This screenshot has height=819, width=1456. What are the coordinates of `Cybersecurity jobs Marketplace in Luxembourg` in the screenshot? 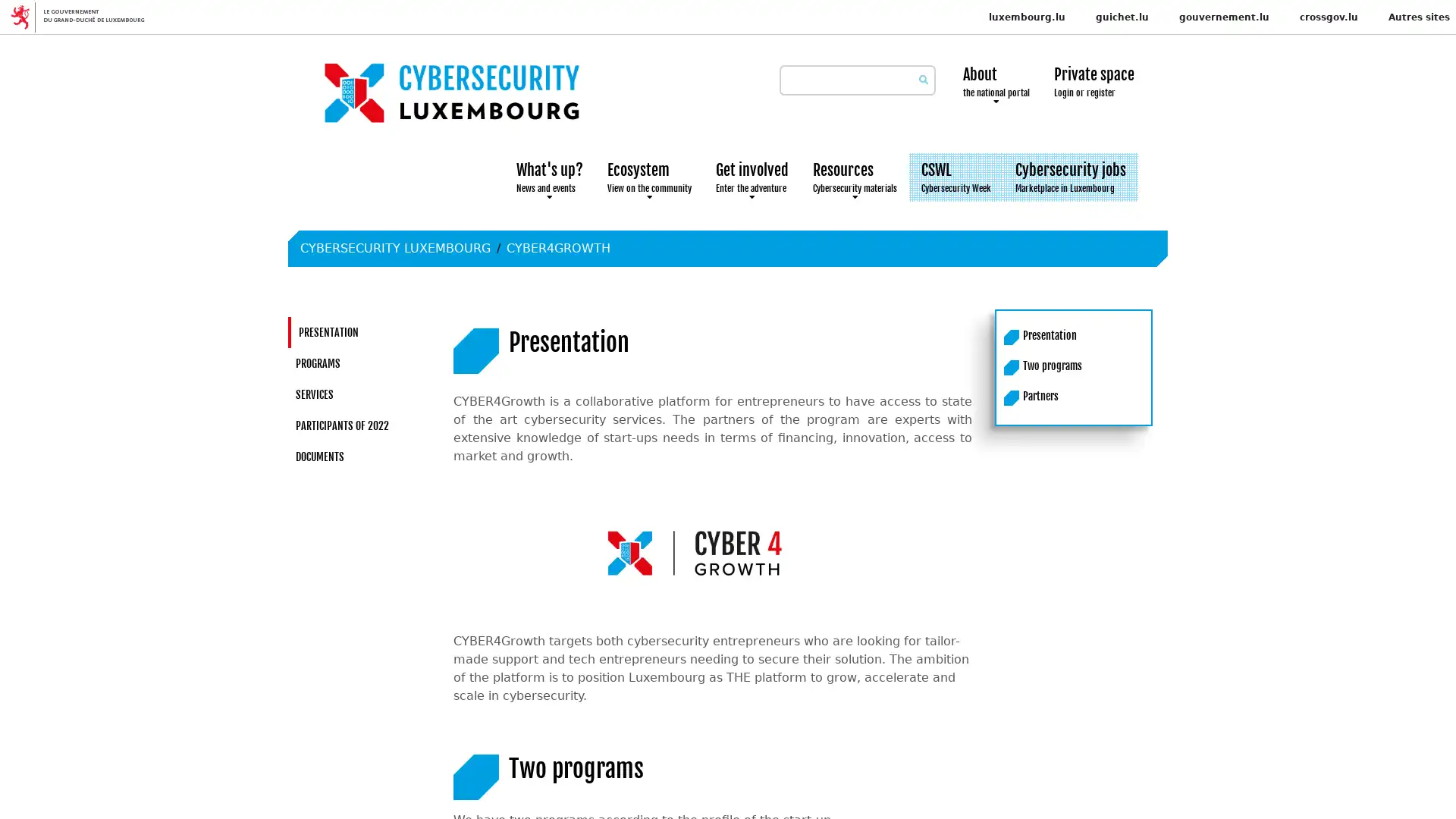 It's located at (1069, 177).